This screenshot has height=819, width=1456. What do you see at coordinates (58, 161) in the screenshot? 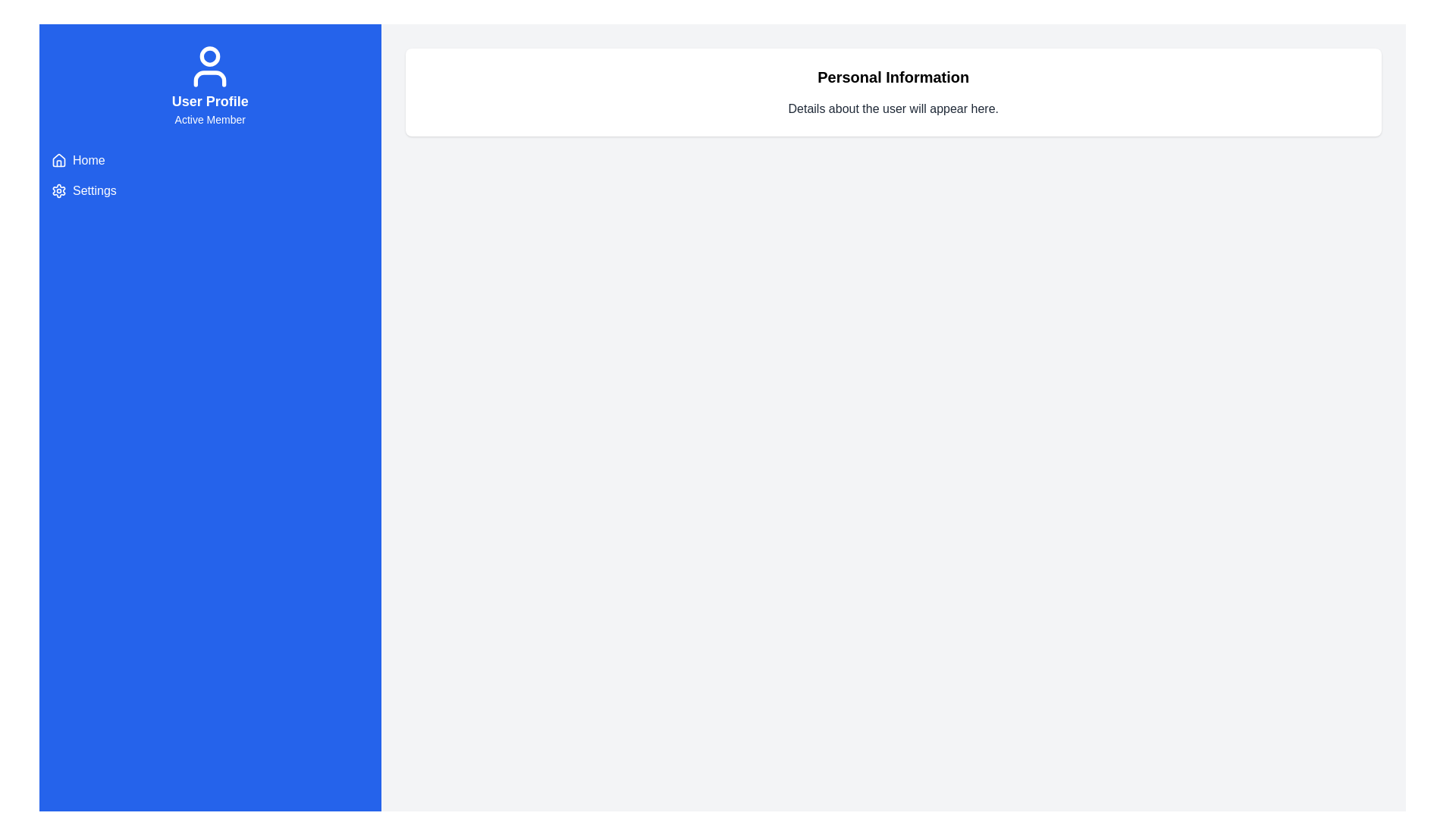
I see `the 'Home' icon located in the left navigation panel, which is the first entry and positioned to the left of the 'Home' text` at bounding box center [58, 161].